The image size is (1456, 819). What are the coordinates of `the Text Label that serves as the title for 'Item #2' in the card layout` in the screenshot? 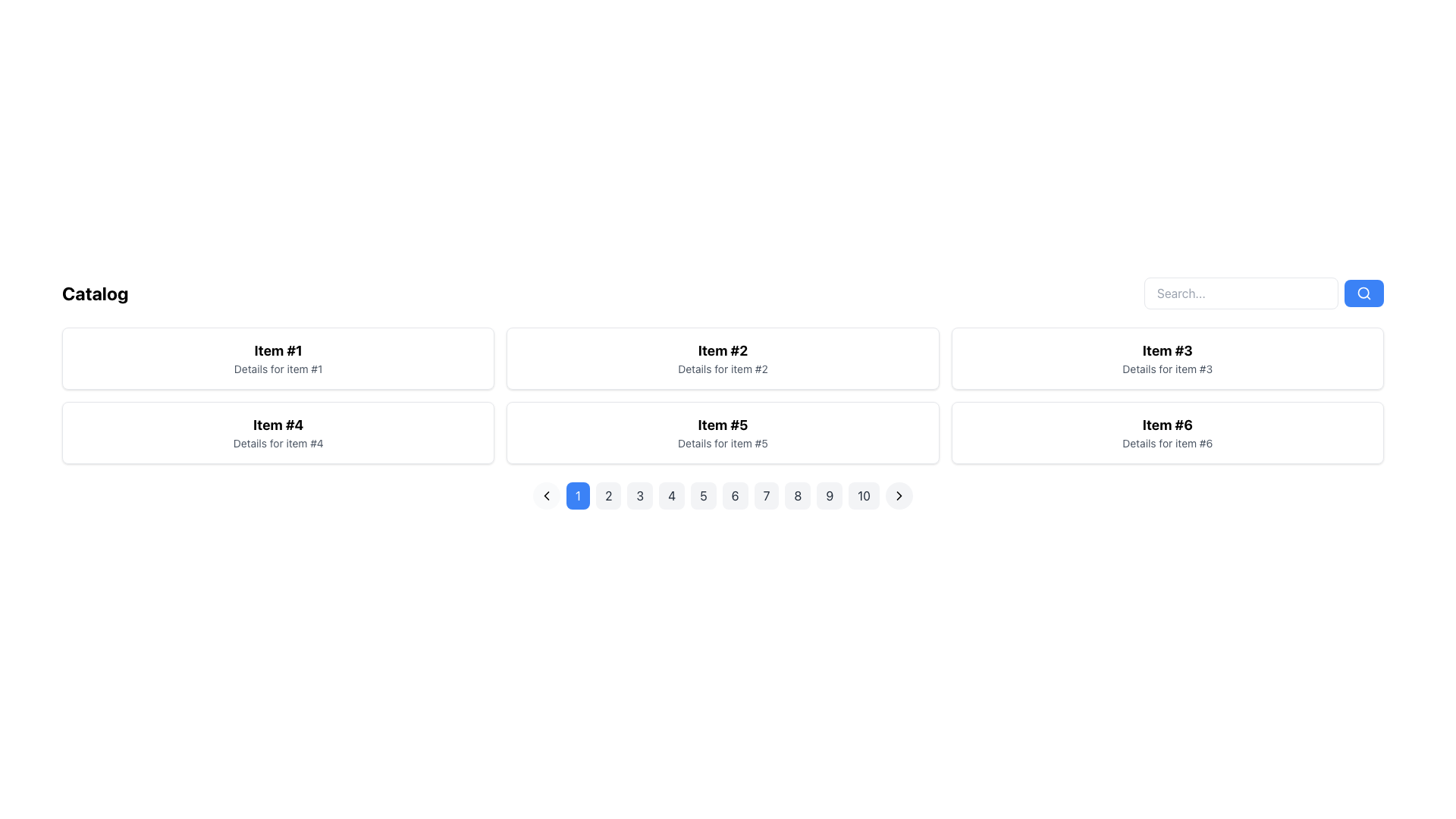 It's located at (722, 350).